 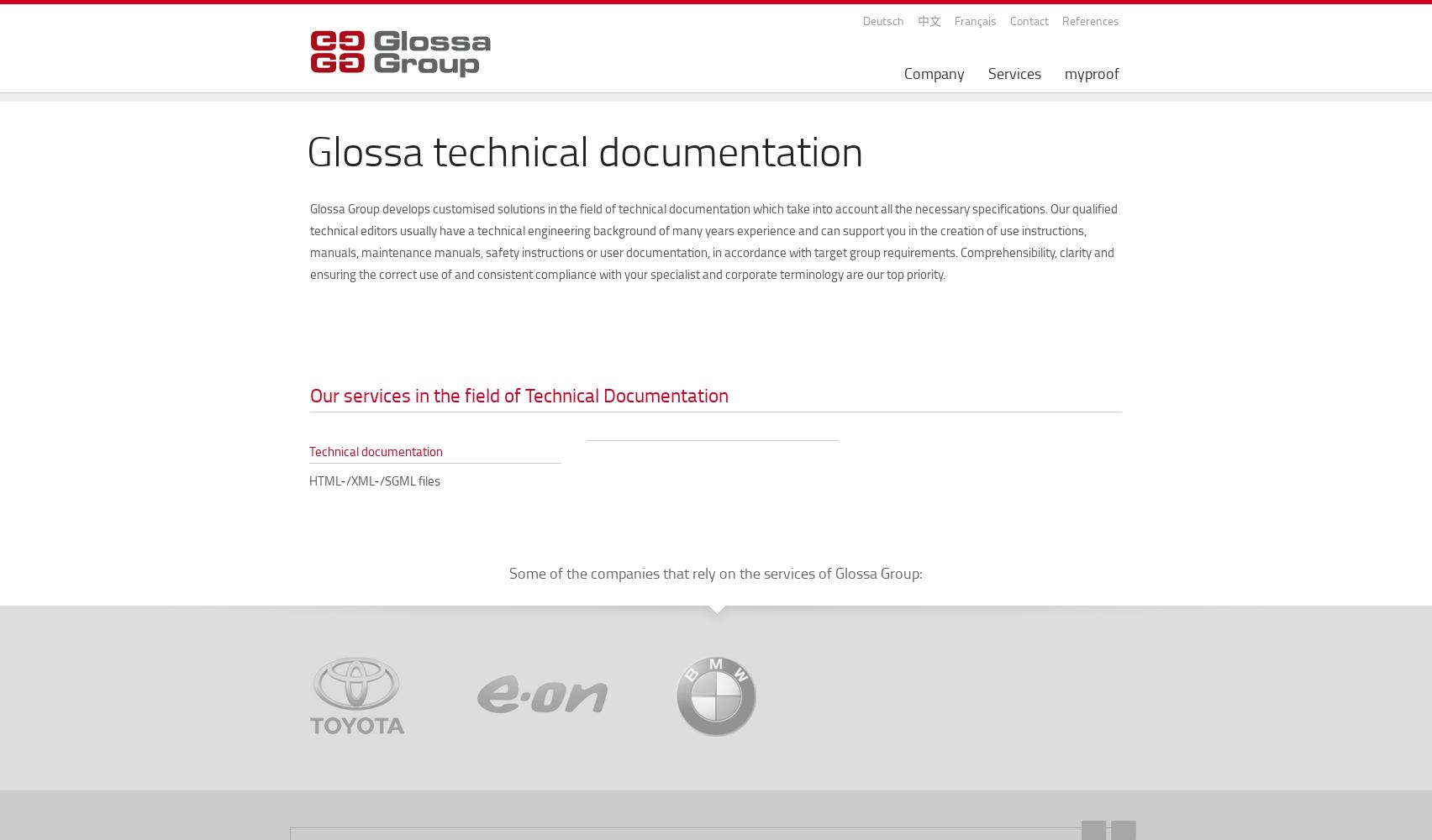 I want to click on 'Français', so click(x=954, y=20).